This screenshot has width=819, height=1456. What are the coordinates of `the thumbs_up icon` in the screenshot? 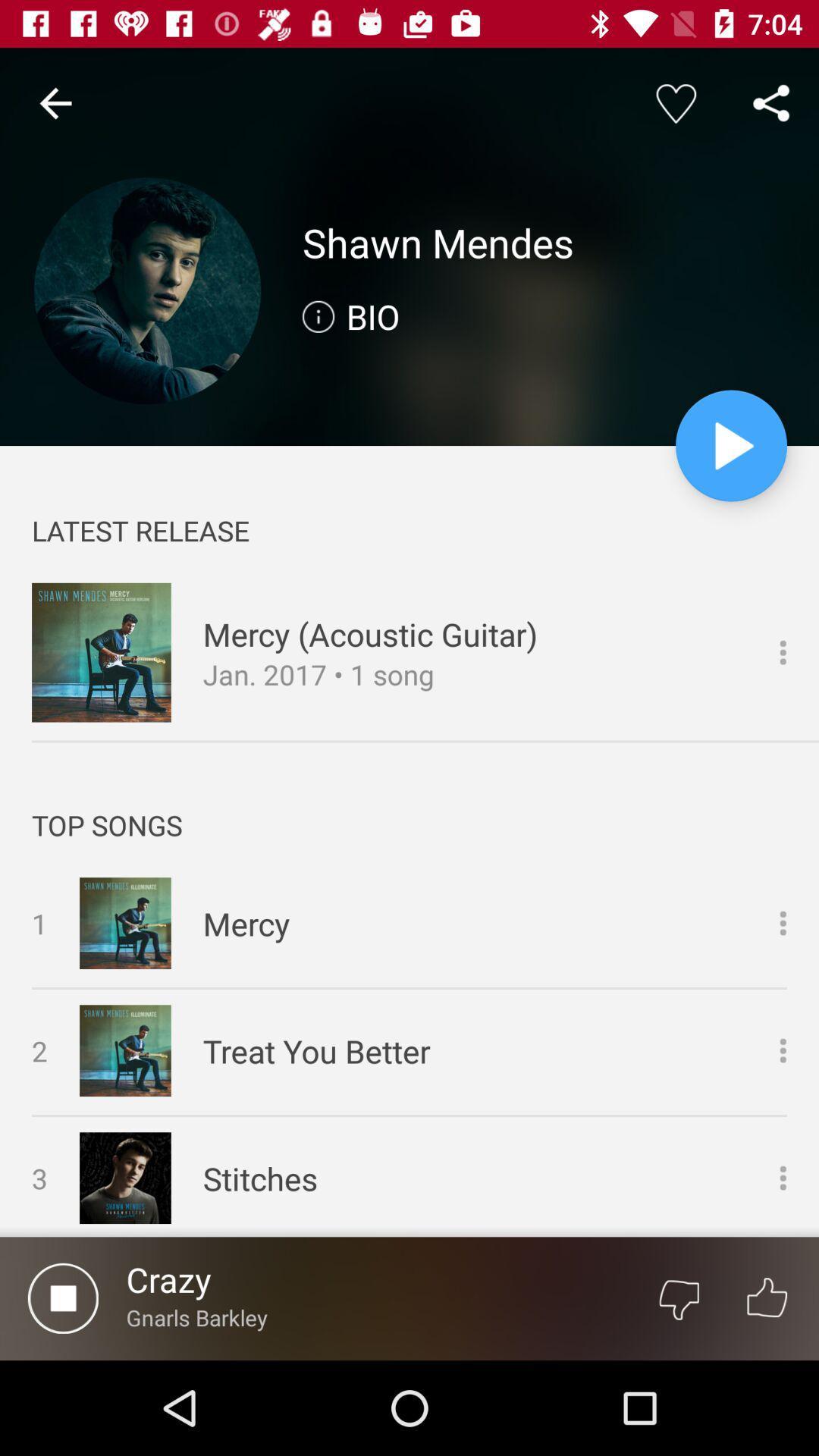 It's located at (767, 1298).